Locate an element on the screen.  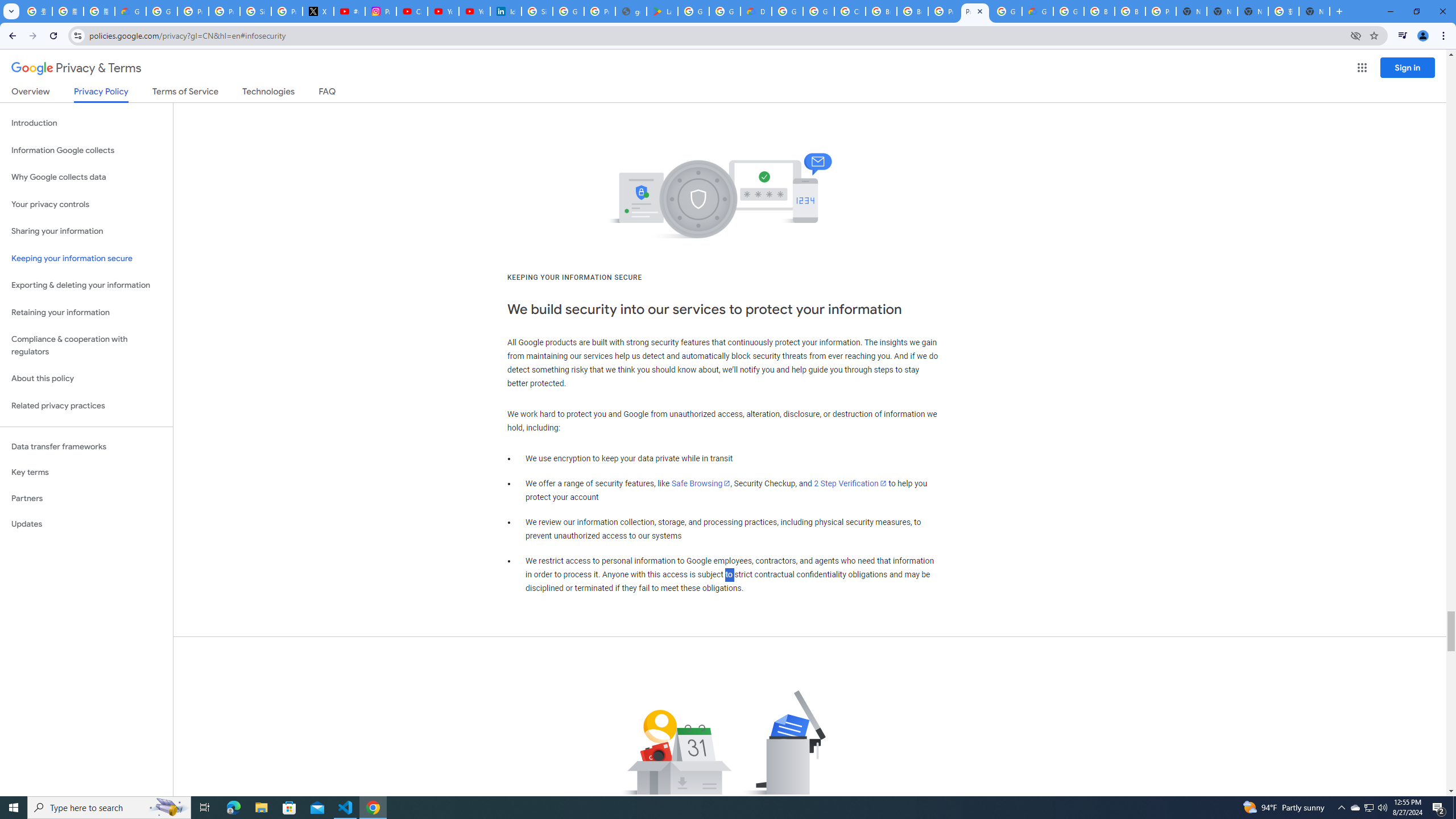
'Reload' is located at coordinates (53, 35).